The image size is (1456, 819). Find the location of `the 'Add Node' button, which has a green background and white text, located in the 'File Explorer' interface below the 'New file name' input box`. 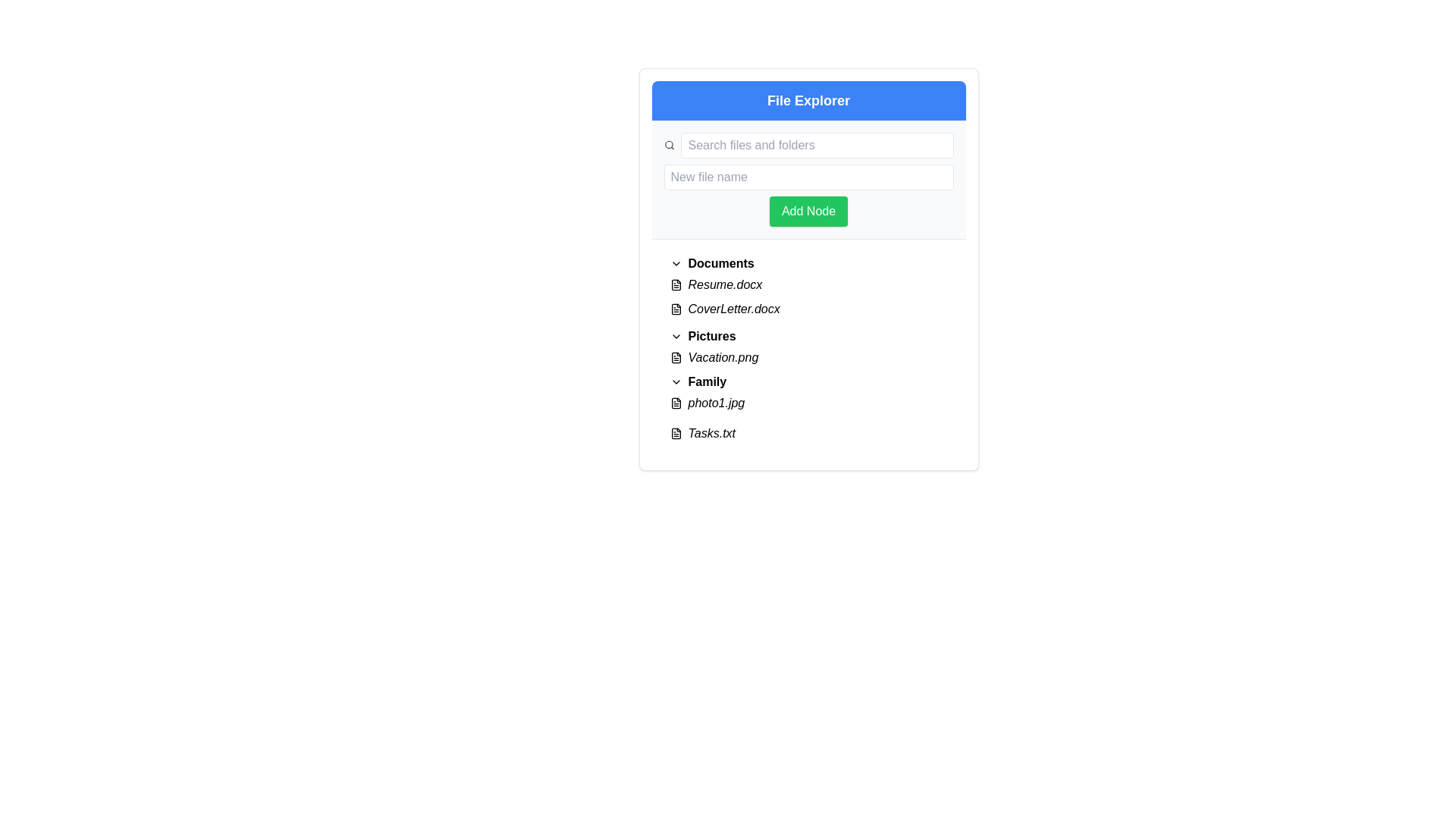

the 'Add Node' button, which has a green background and white text, located in the 'File Explorer' interface below the 'New file name' input box is located at coordinates (808, 211).